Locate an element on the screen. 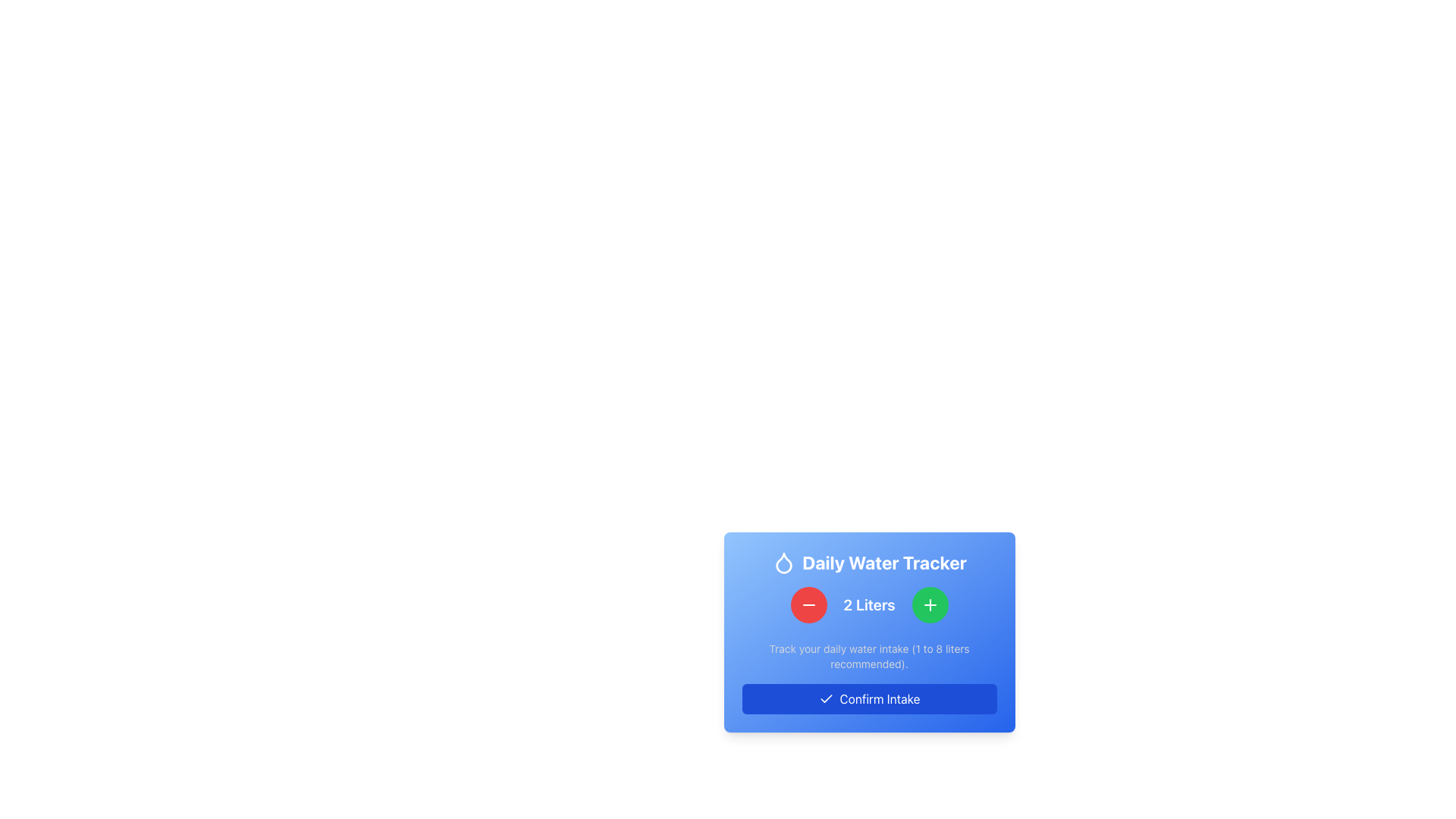 The height and width of the screenshot is (819, 1456). the green button with the plus icon to increase the water intake value in the Daily Water Tracker application is located at coordinates (929, 604).